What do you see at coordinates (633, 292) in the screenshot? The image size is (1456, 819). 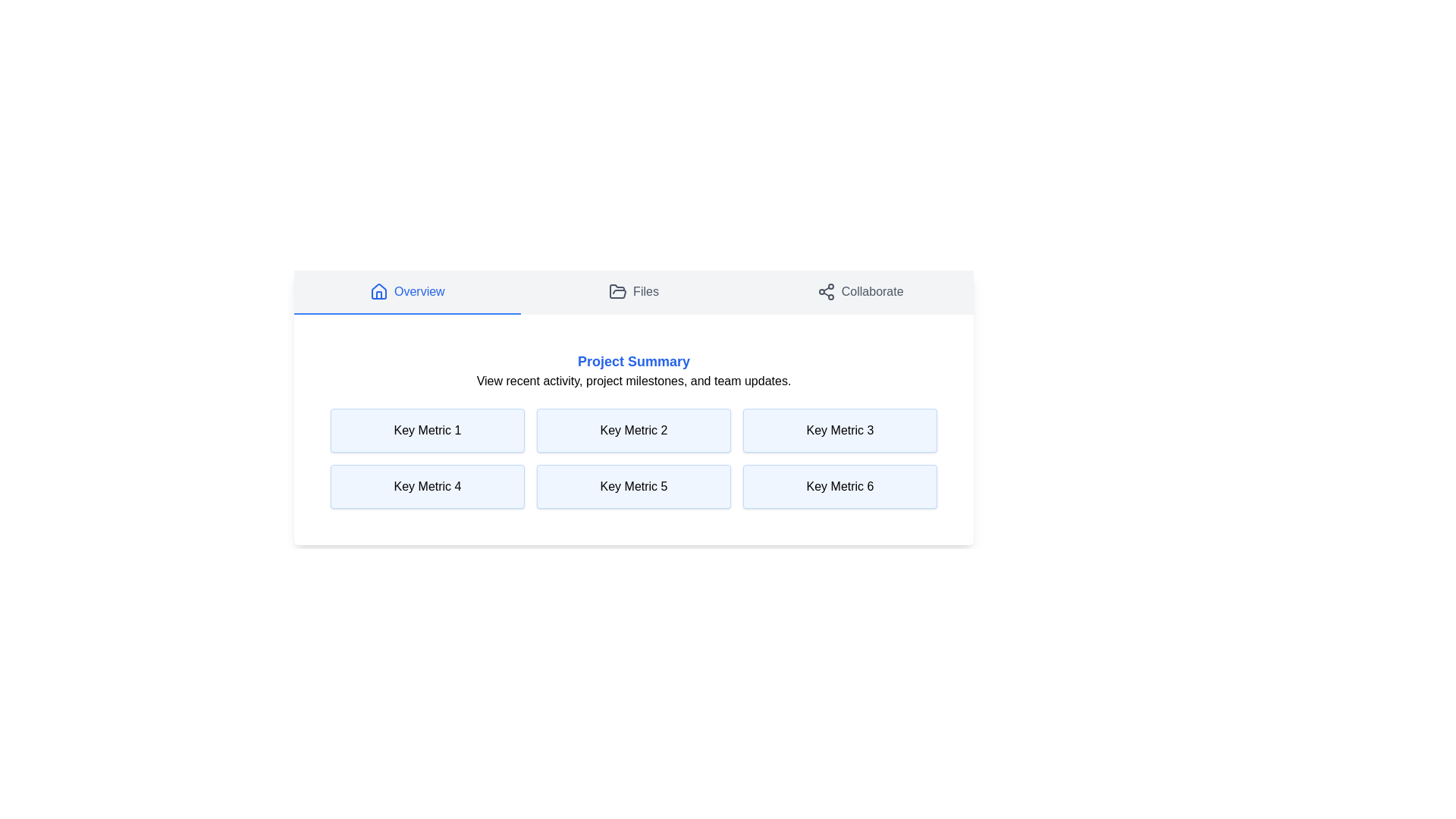 I see `the 'Files' navigation item in the horizontal navigation bar` at bounding box center [633, 292].